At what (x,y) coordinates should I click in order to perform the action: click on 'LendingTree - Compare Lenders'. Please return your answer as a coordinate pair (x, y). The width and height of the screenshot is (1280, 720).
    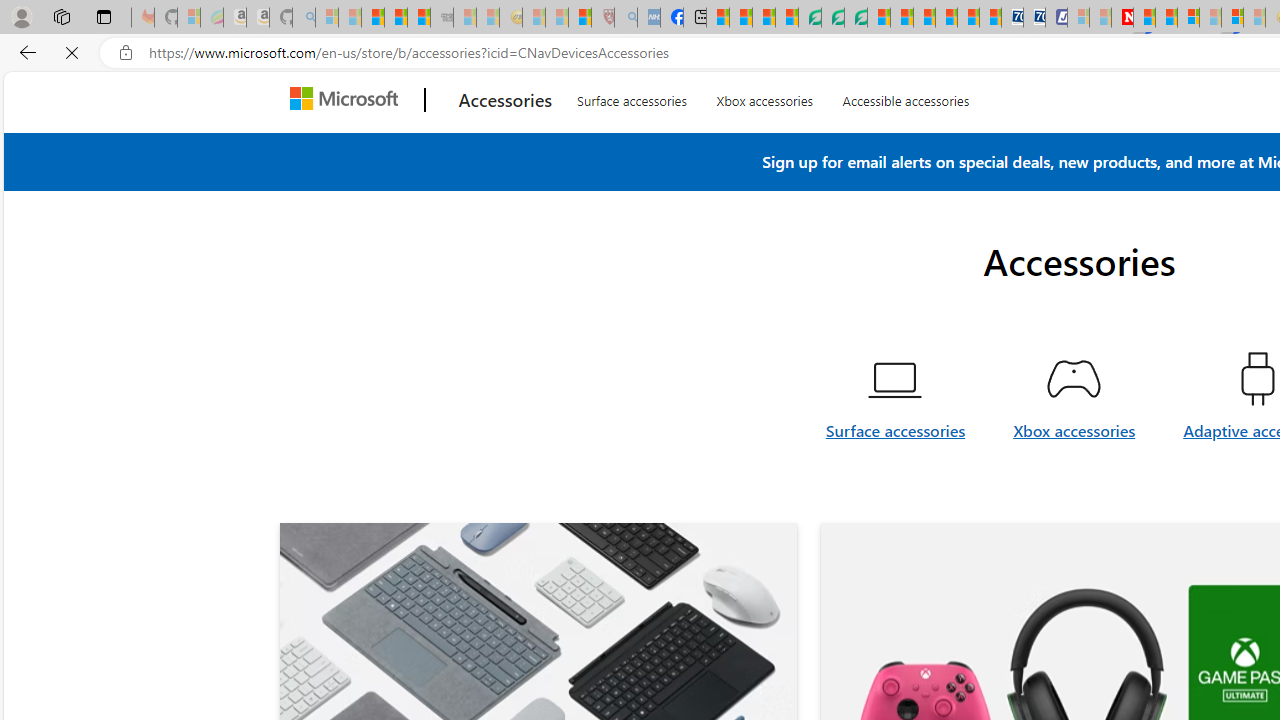
    Looking at the image, I should click on (809, 17).